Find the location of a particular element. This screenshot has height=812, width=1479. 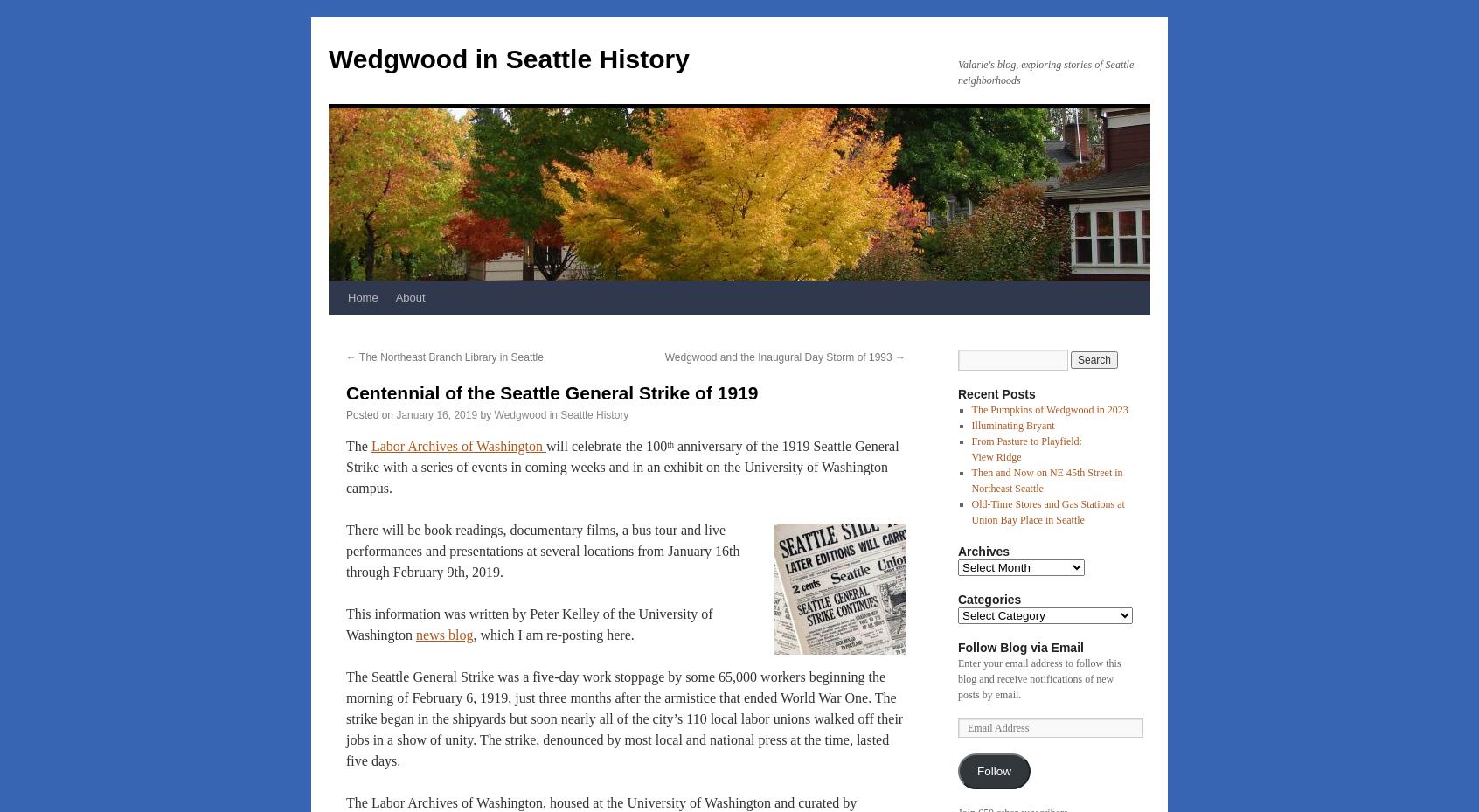

'by' is located at coordinates (480, 414).